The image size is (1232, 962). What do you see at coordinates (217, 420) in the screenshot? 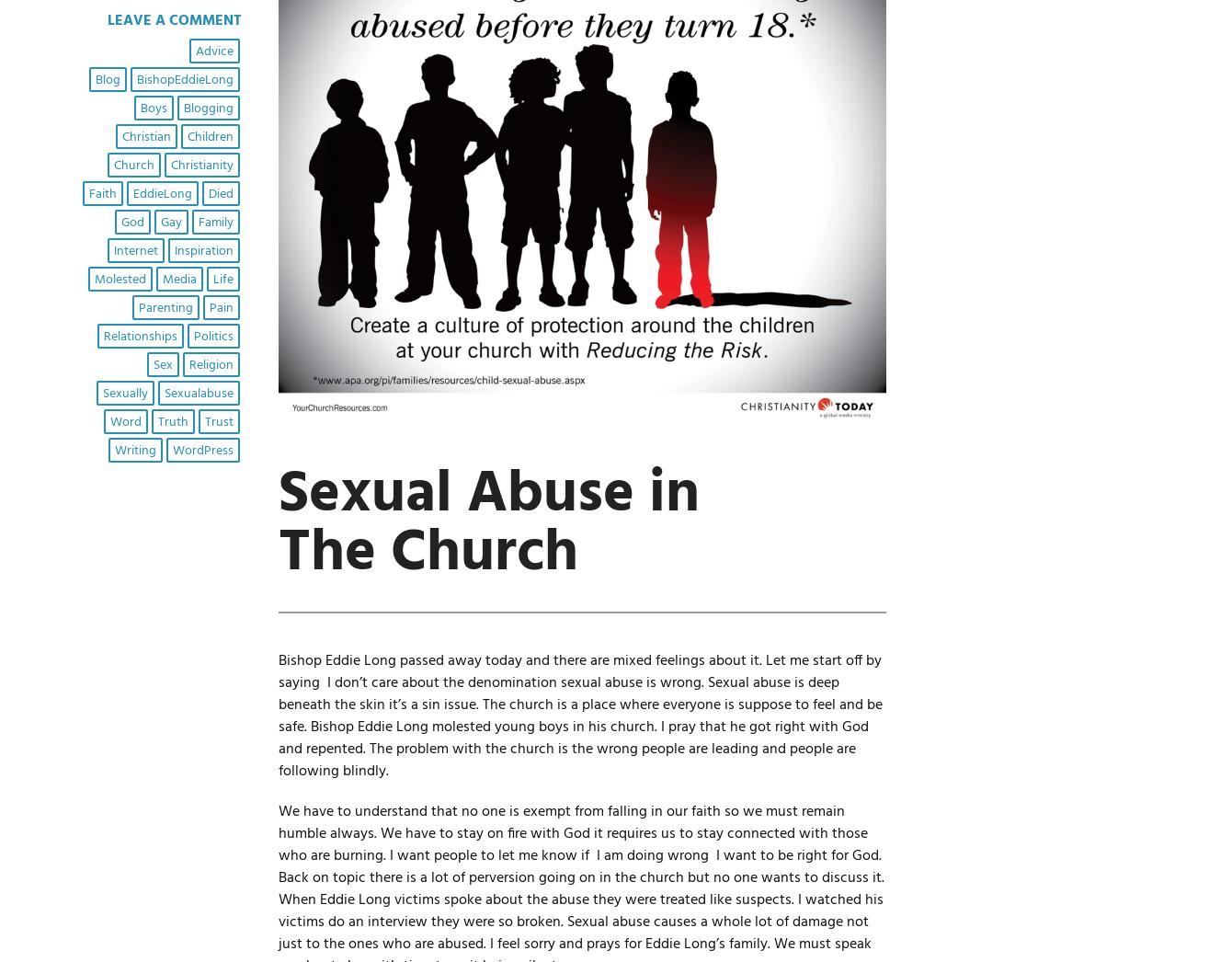
I see `'Trust'` at bounding box center [217, 420].